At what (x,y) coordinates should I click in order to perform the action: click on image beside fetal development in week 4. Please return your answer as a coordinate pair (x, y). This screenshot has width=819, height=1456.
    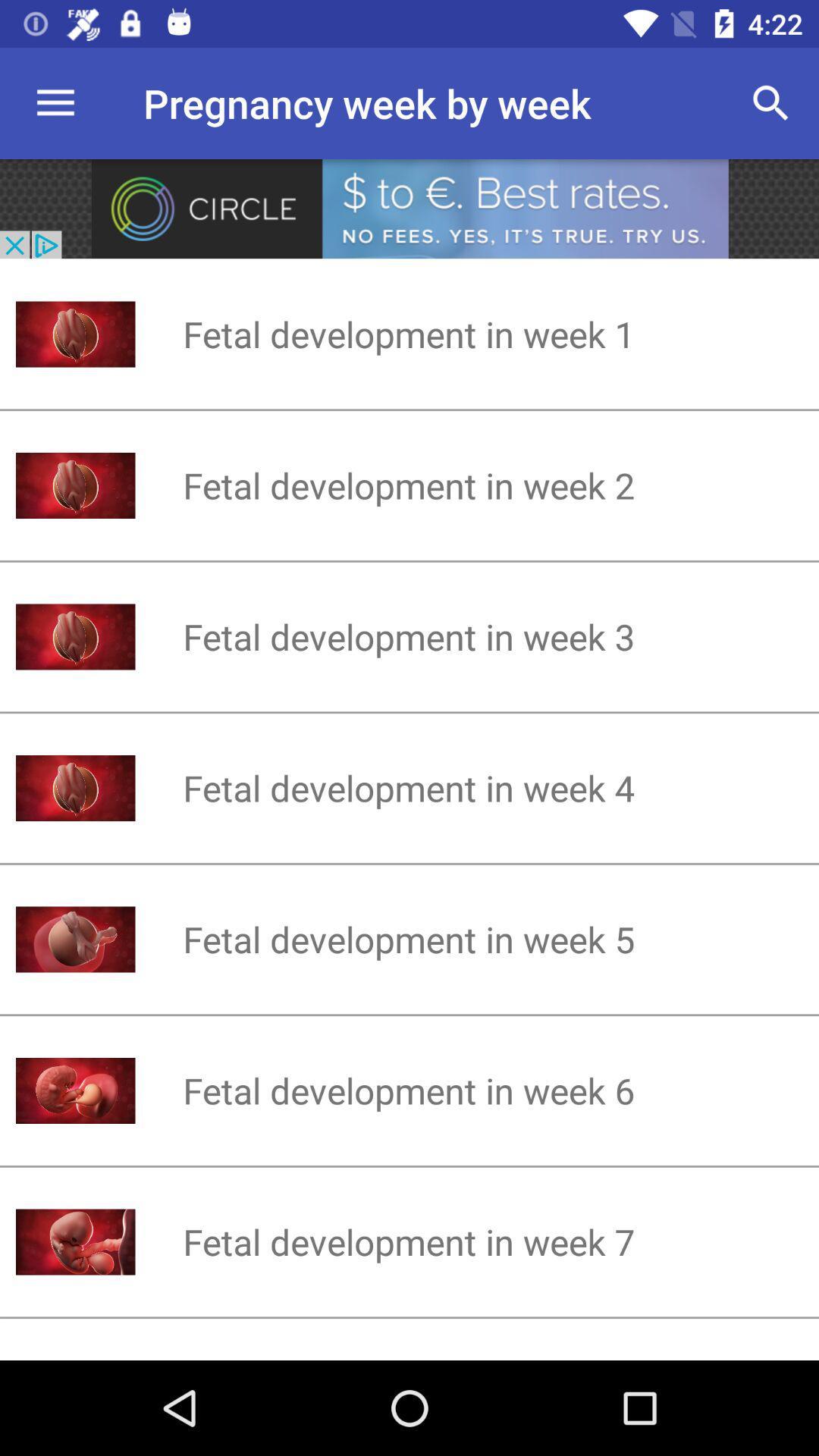
    Looking at the image, I should click on (76, 788).